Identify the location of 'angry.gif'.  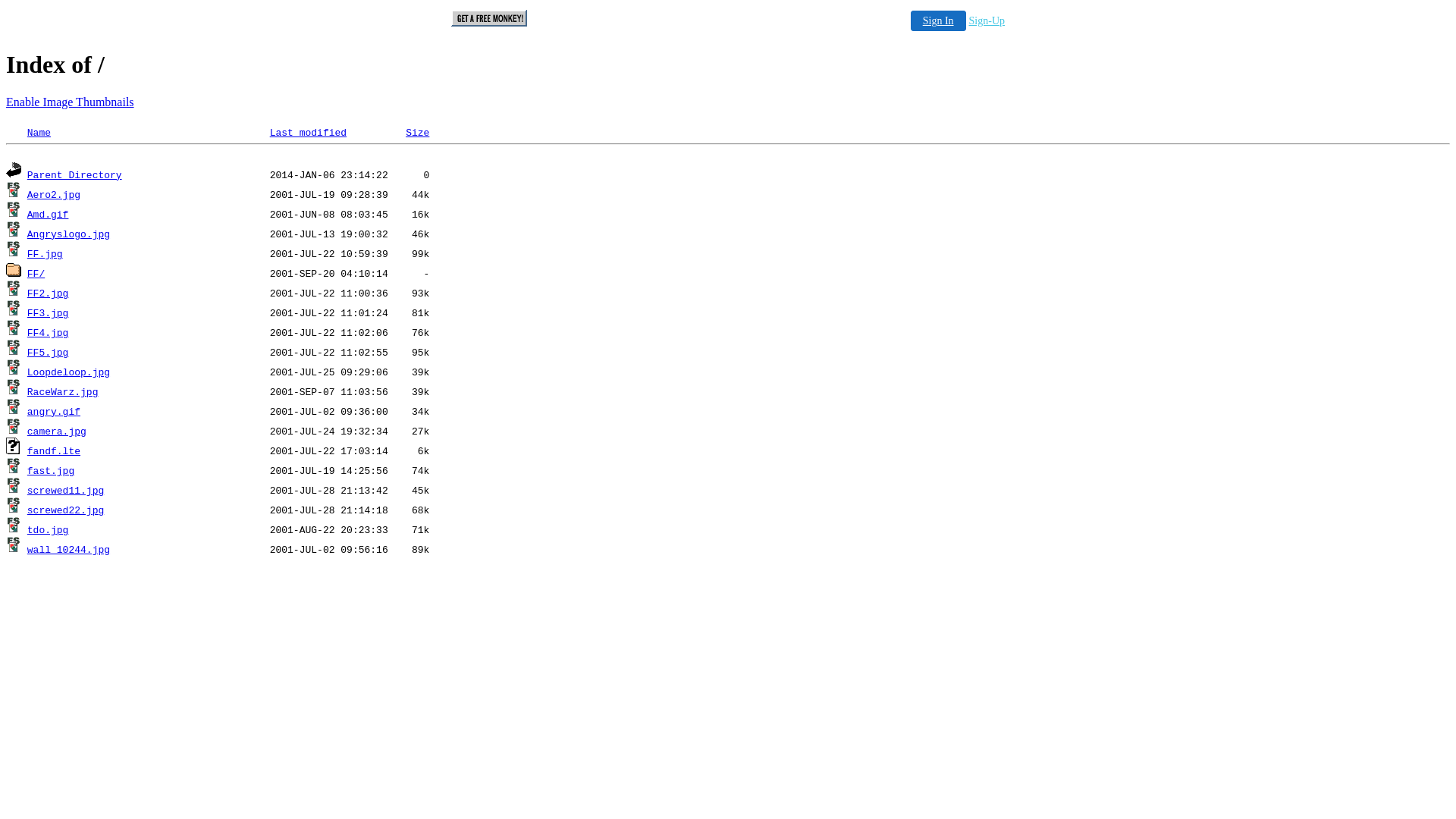
(54, 412).